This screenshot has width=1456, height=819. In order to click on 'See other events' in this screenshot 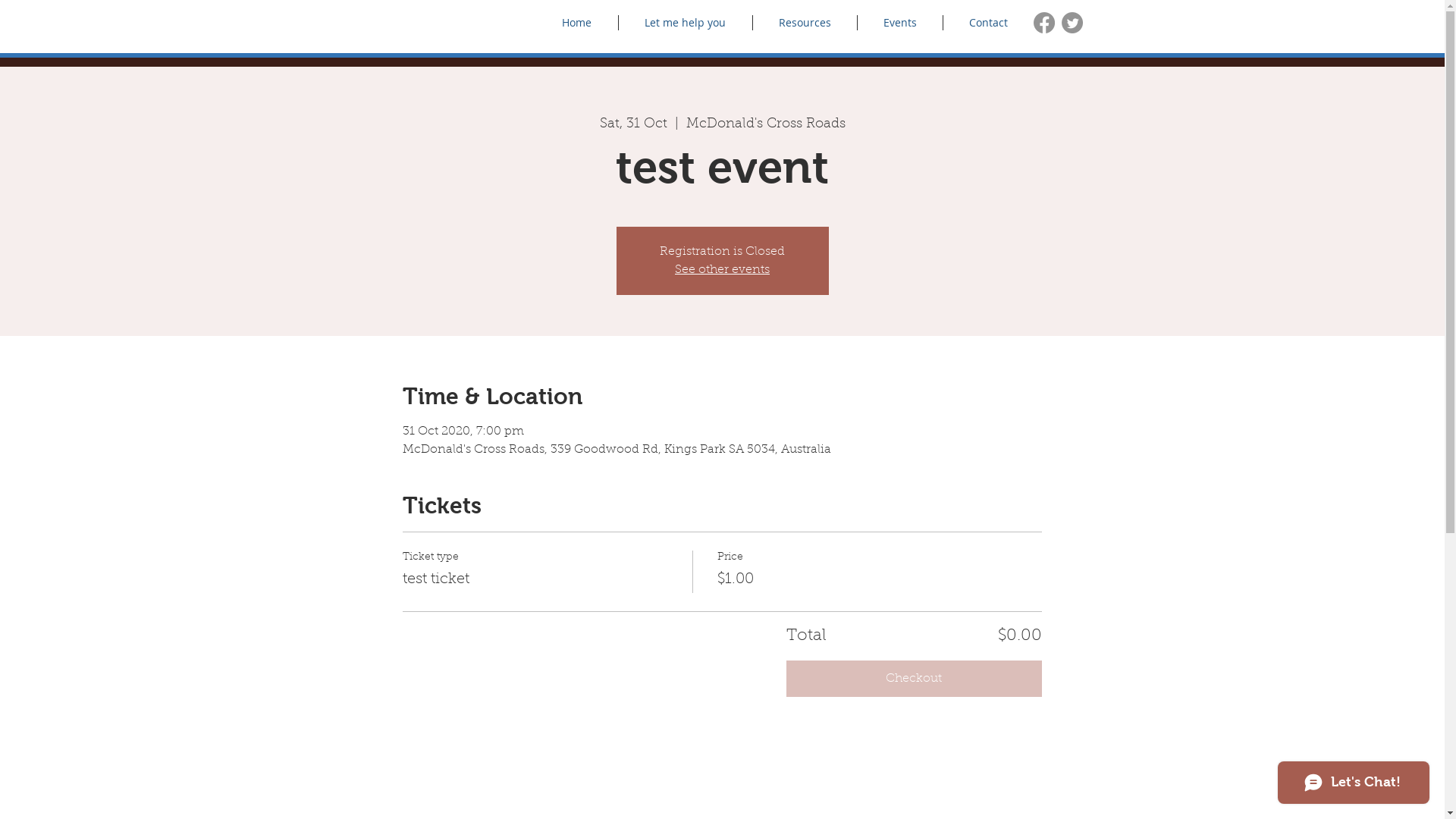, I will do `click(721, 268)`.